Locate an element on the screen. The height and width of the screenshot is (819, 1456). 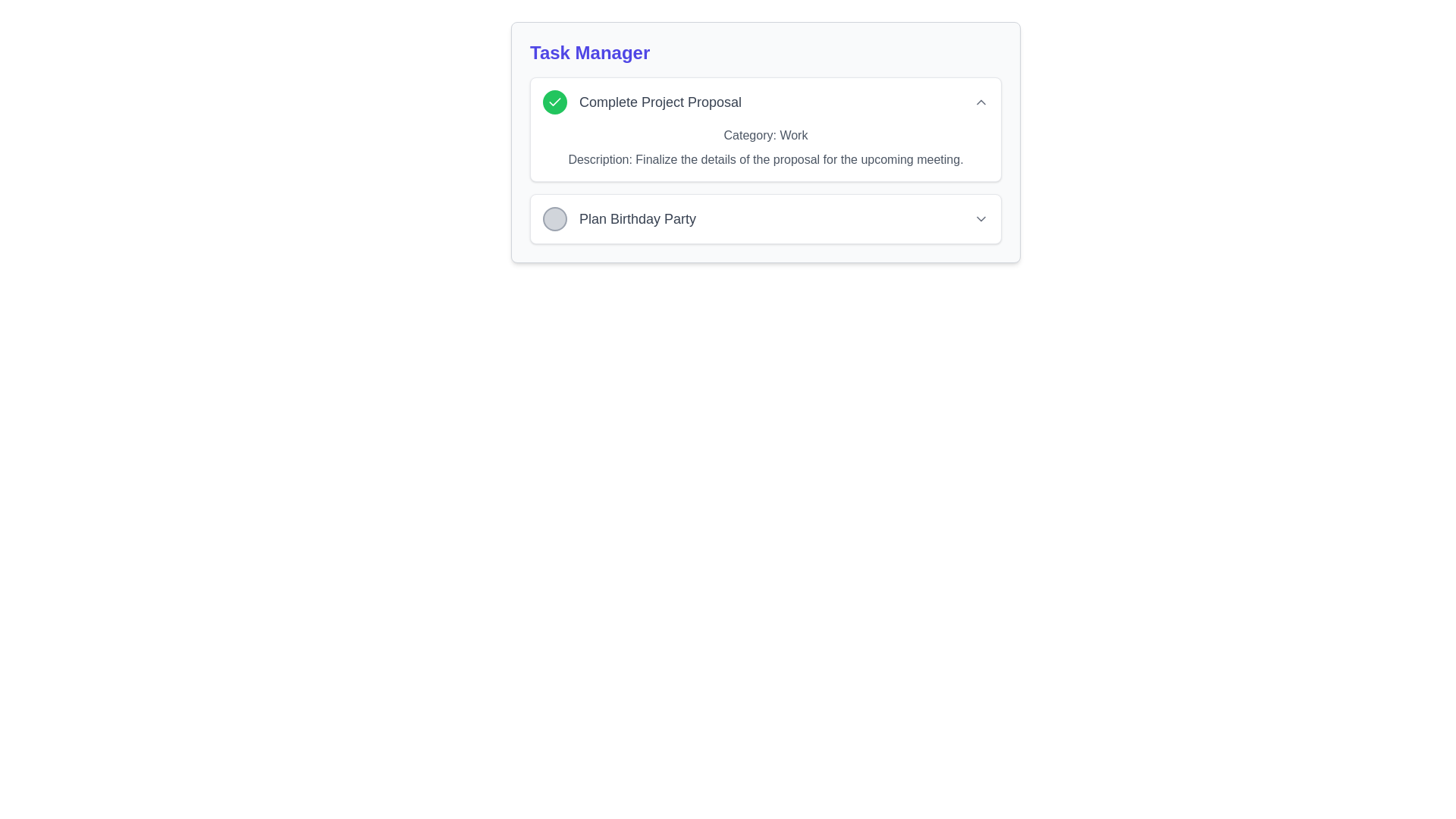
the checkbox next to the 'Plan Birthday Party' task in the Task Manager section is located at coordinates (619, 219).